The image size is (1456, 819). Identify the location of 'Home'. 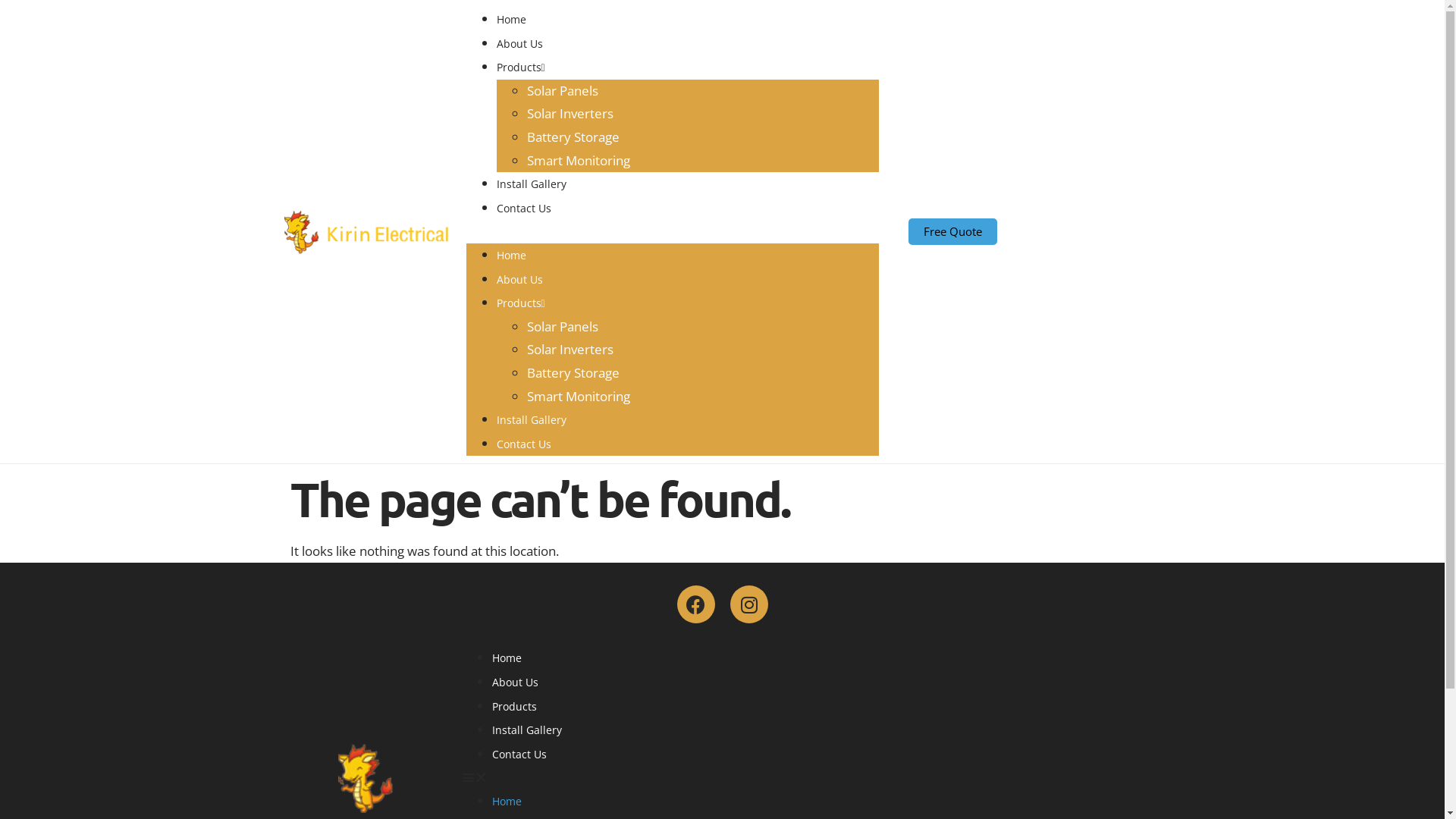
(506, 657).